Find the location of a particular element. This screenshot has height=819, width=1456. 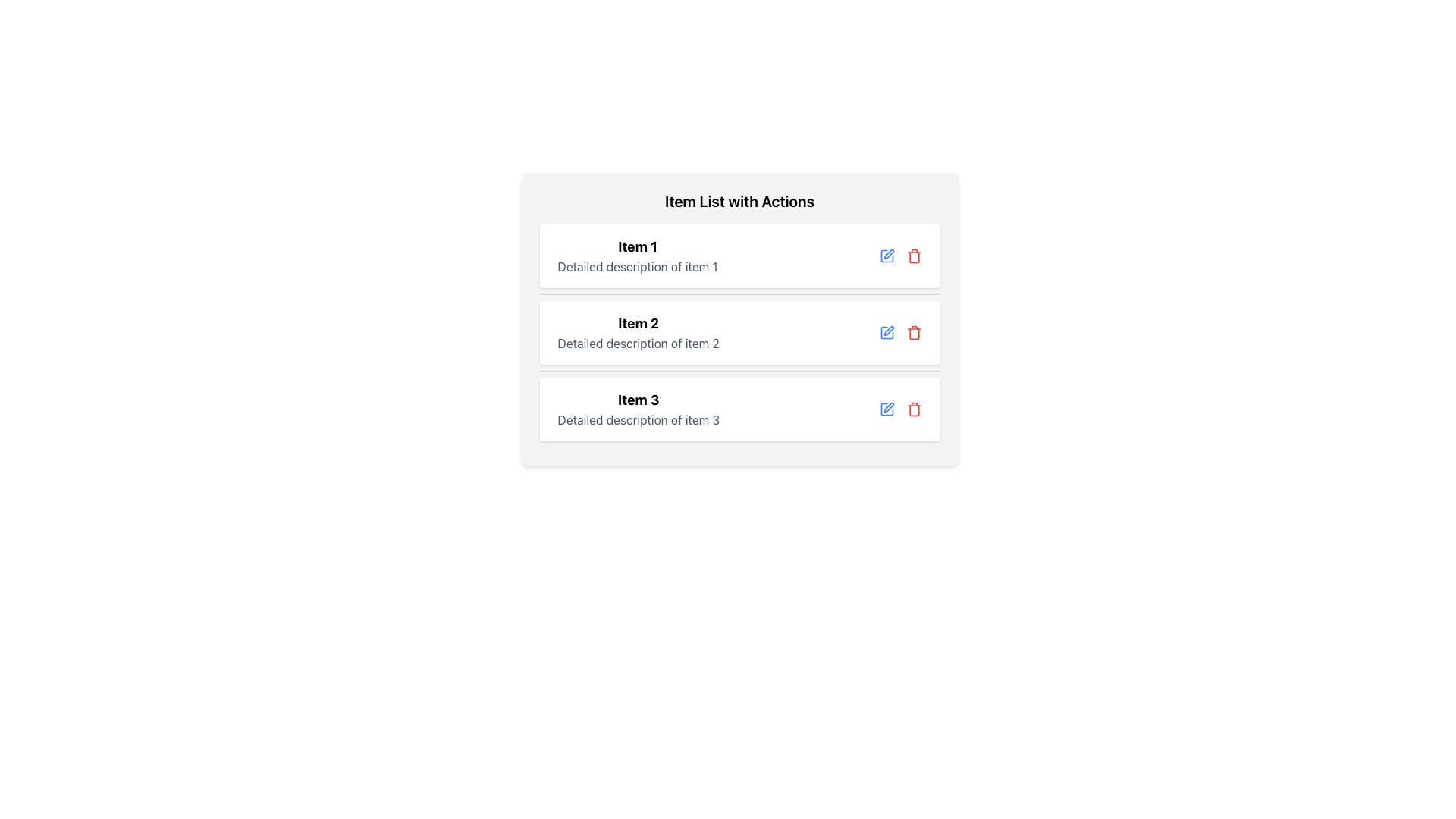

the Divider Line that visually separates the second and third items in the list component is located at coordinates (739, 371).